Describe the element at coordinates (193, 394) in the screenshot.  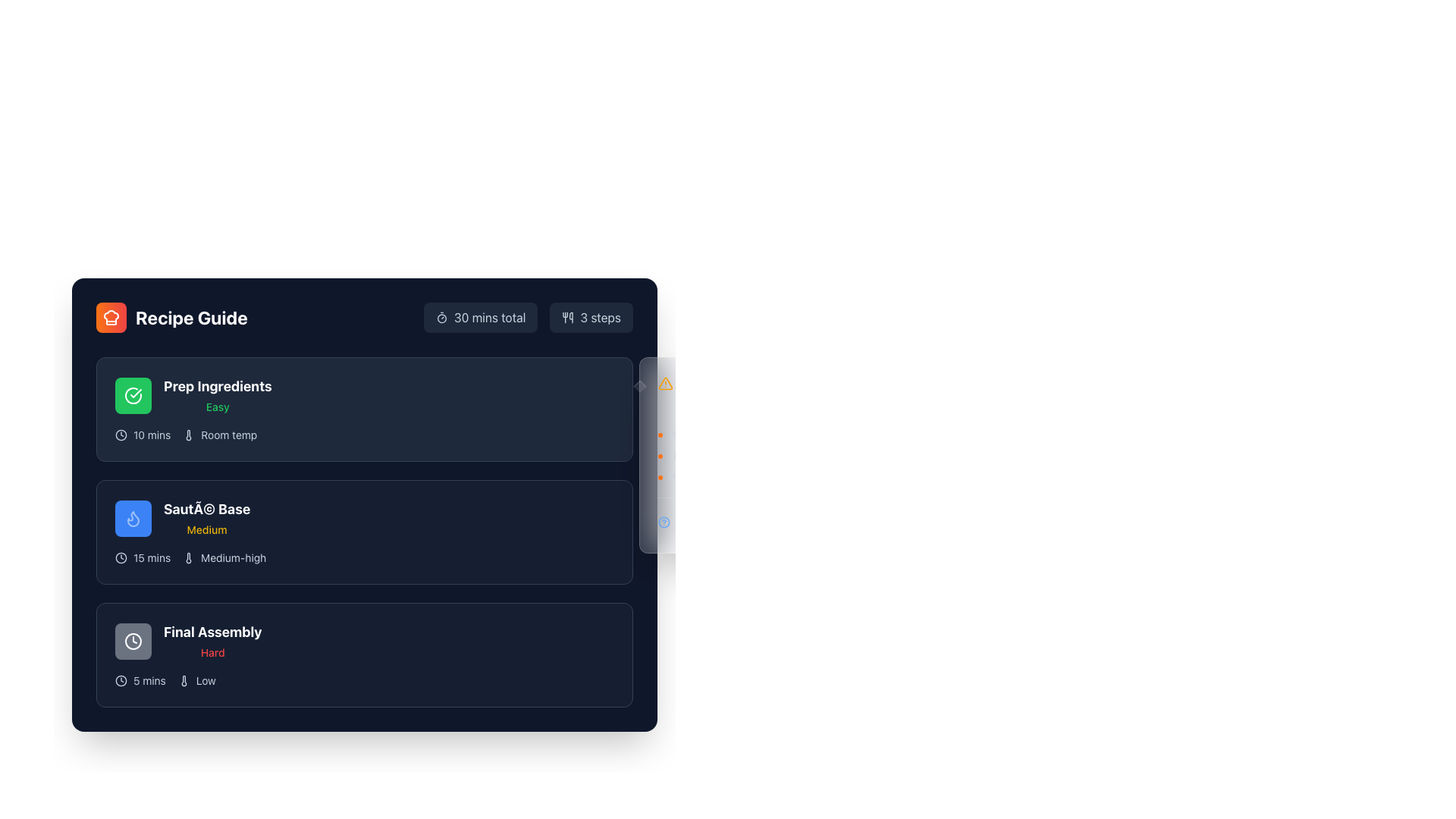
I see `the Step Card with the green checkmark icon and the text 'Prep Ingredients'` at that location.